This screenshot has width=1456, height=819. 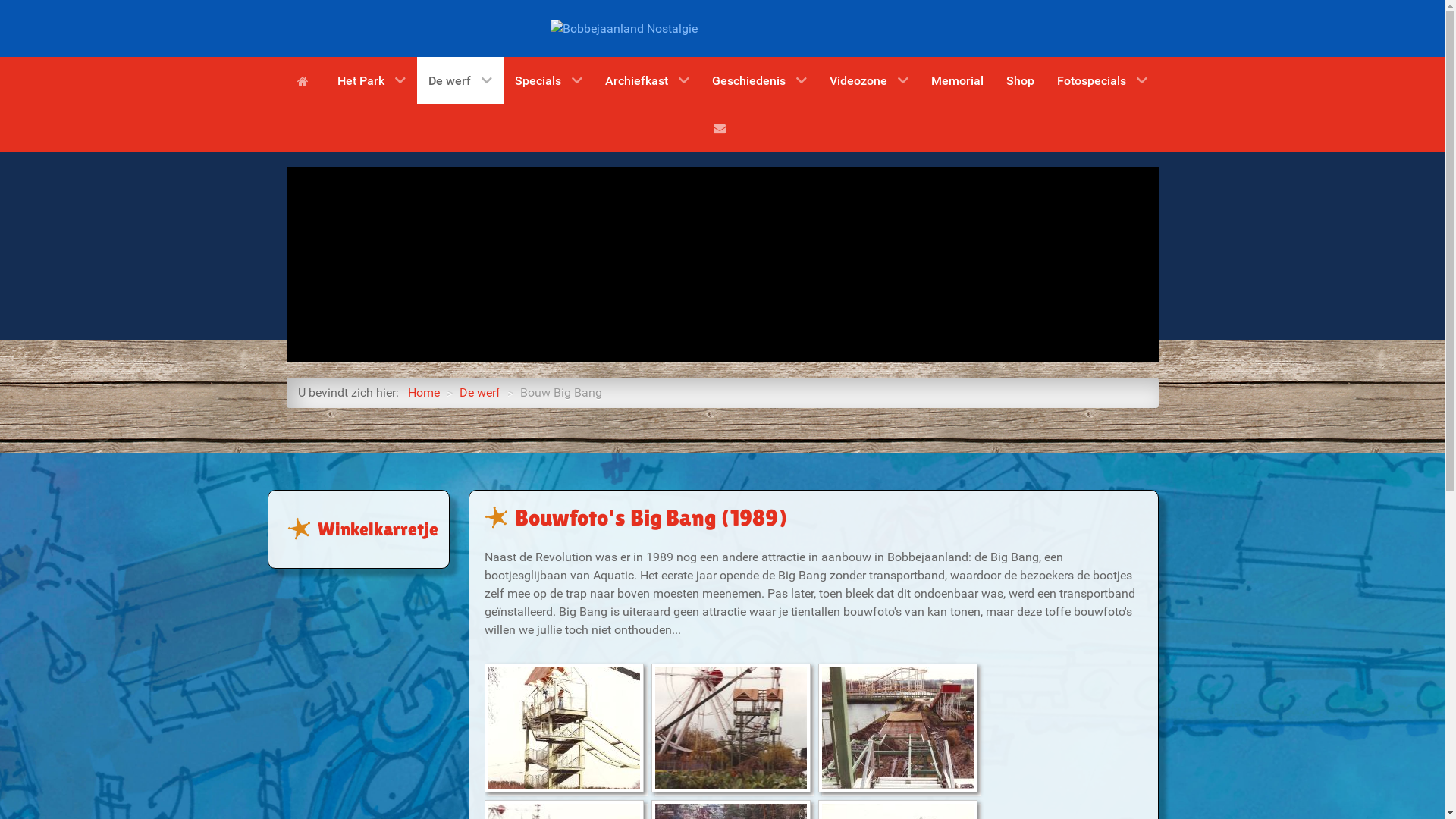 I want to click on 'Home', so click(x=305, y=80).